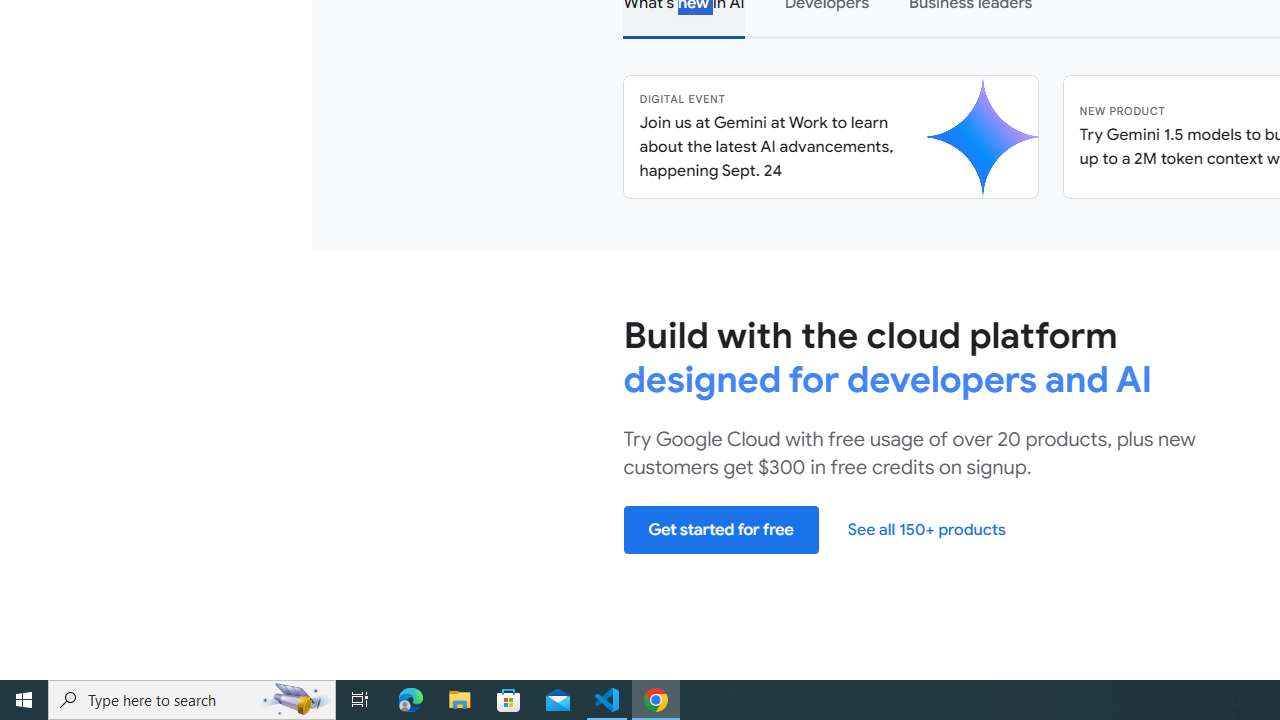 The image size is (1280, 720). Describe the element at coordinates (720, 528) in the screenshot. I see `'Get started for free'` at that location.